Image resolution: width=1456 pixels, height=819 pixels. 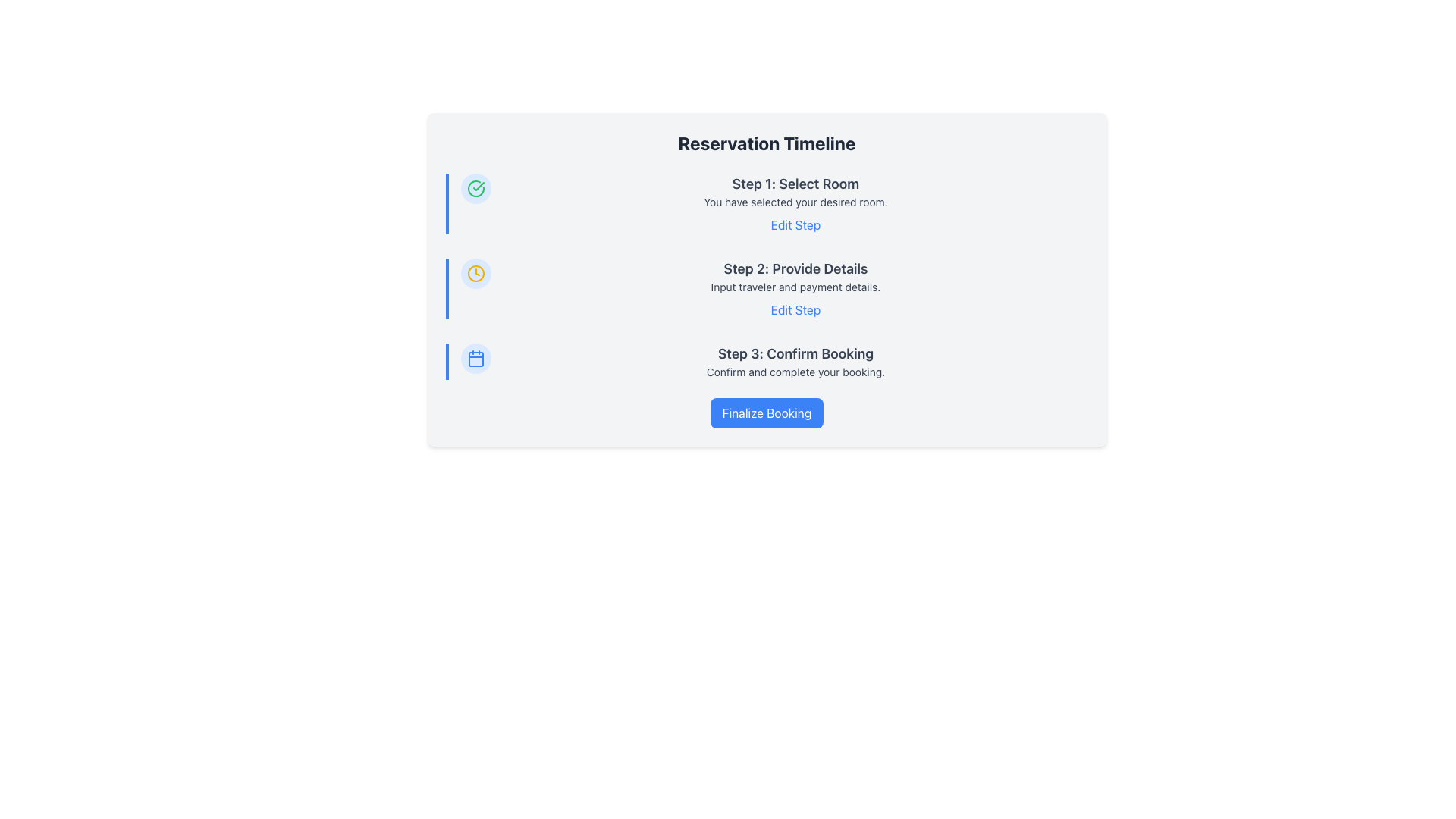 I want to click on the descriptive text element located within the 'Step 2: Provide Details' section of the 'Reservation Timeline', positioned directly below the heading and above the 'Edit Step' link, so click(x=795, y=287).